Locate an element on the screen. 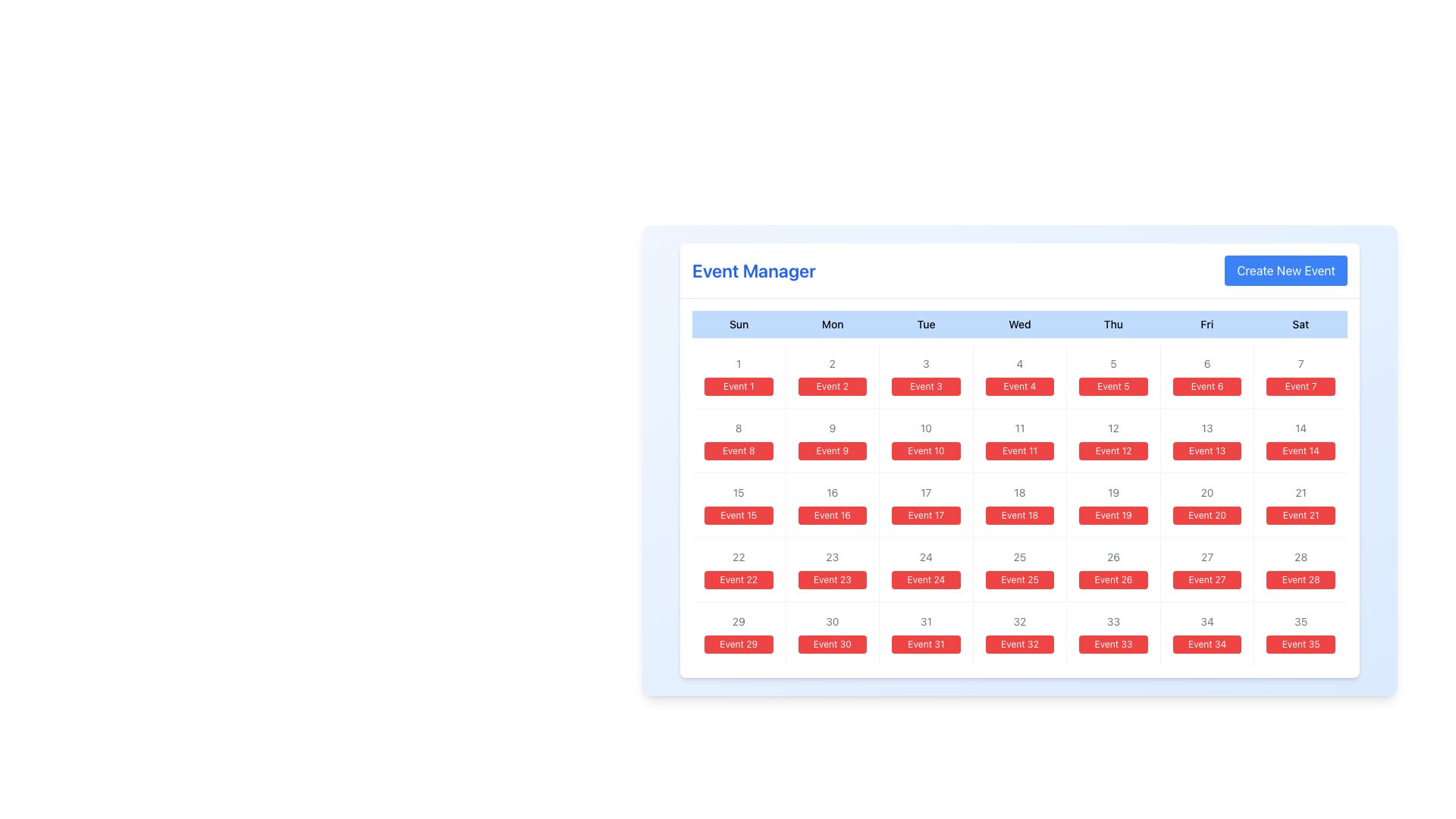 The image size is (1456, 819). on the Static Text element displaying the number '2' located in the first row under the 'Mon' column is located at coordinates (831, 363).